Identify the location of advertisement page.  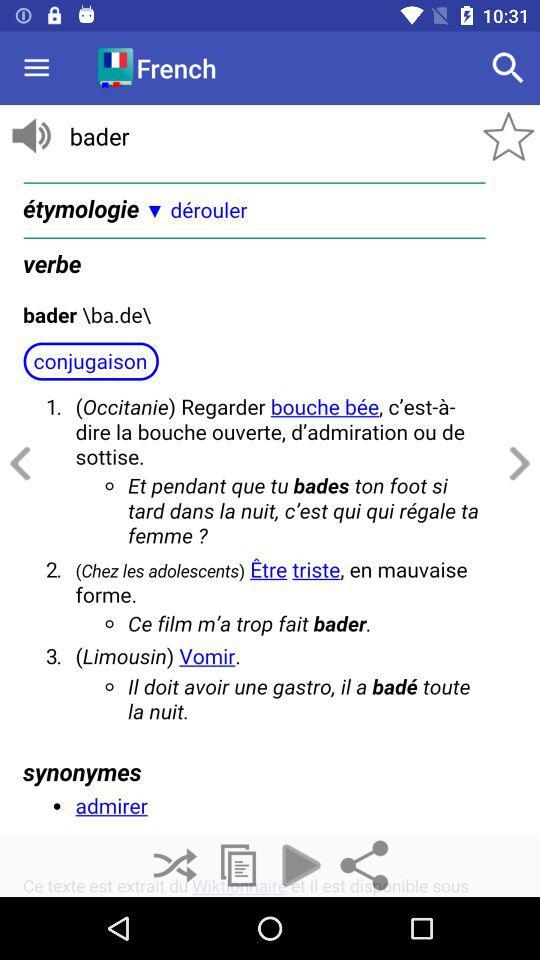
(270, 531).